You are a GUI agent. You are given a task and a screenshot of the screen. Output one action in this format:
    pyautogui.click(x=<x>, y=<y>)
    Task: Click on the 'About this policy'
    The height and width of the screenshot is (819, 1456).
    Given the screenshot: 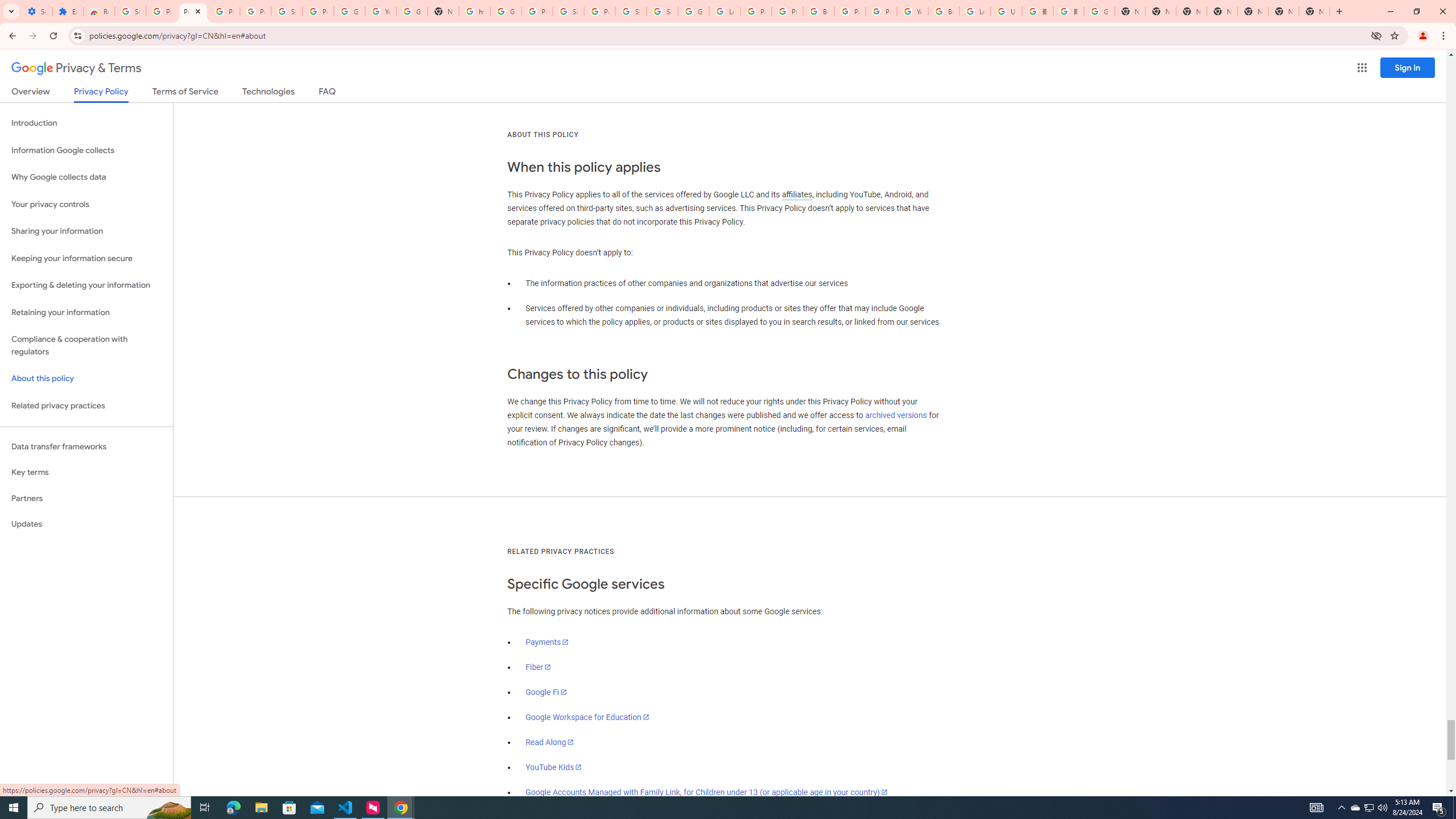 What is the action you would take?
    pyautogui.click(x=86, y=379)
    